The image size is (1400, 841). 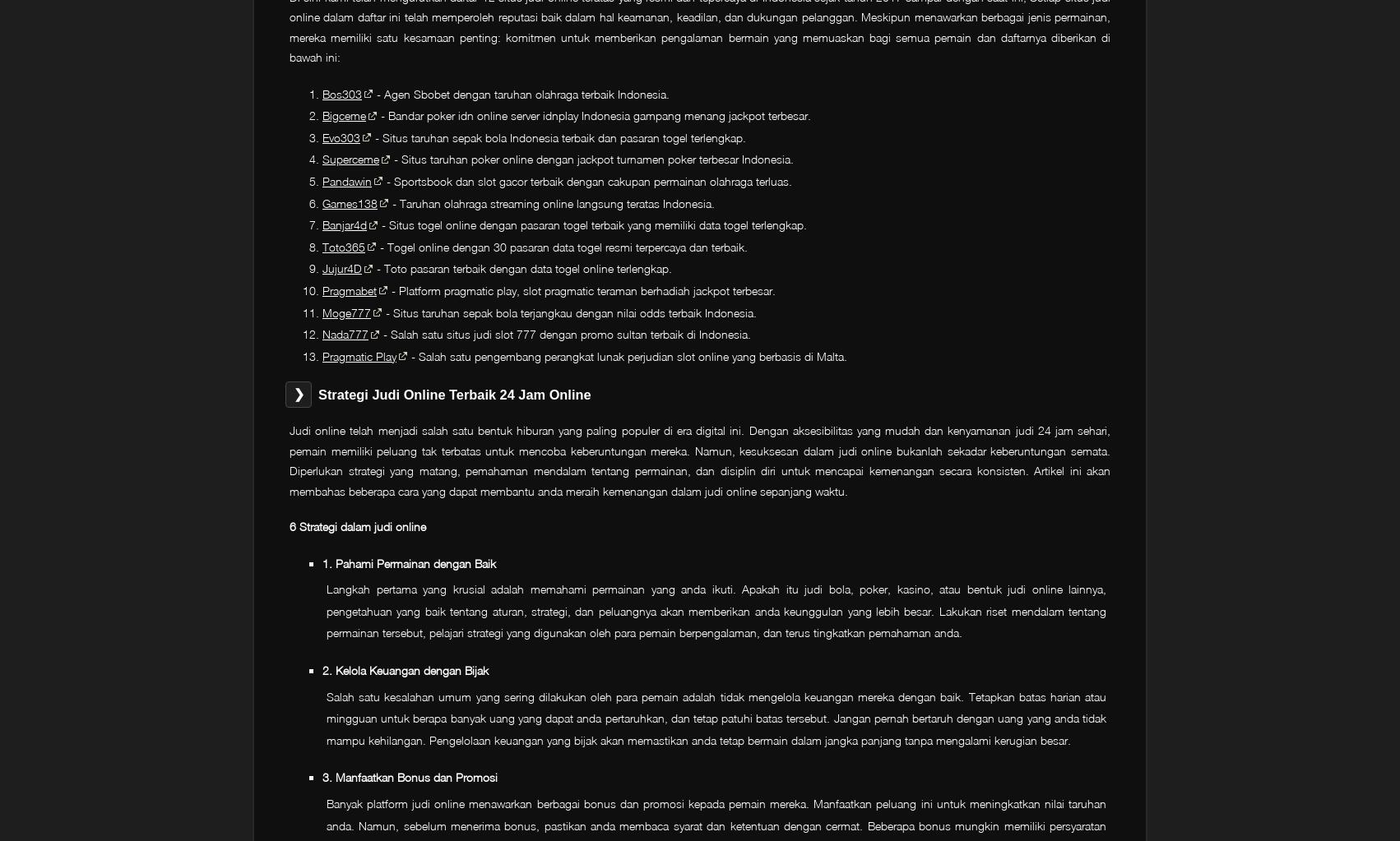 I want to click on '- Togel online dengan 30 pasaran data togel resmi terpercaya dan terbaik.', so click(x=562, y=245).